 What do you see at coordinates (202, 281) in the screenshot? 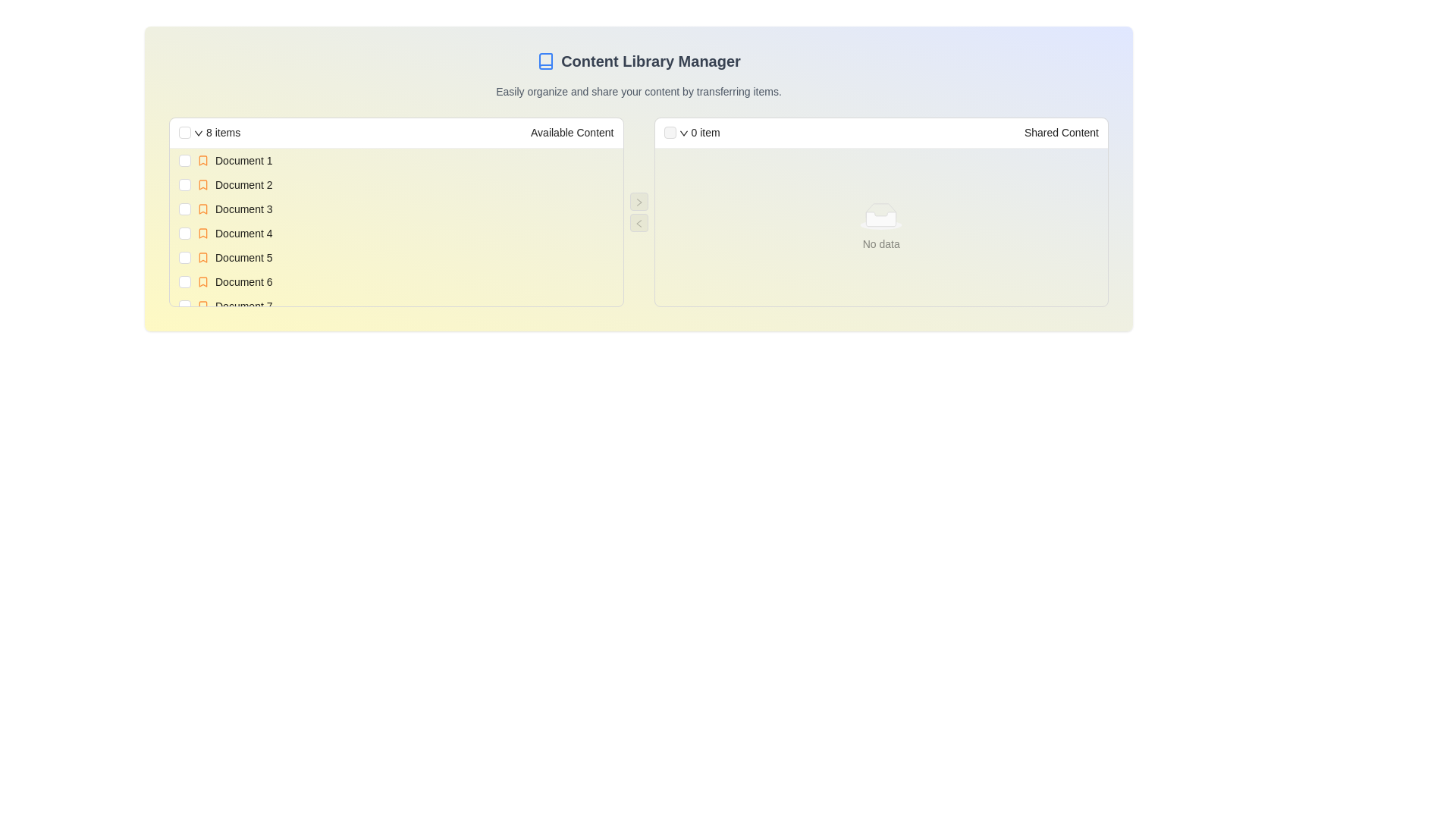
I see `the selected orange bookmark icon adjacent to 'Document 6'` at bounding box center [202, 281].